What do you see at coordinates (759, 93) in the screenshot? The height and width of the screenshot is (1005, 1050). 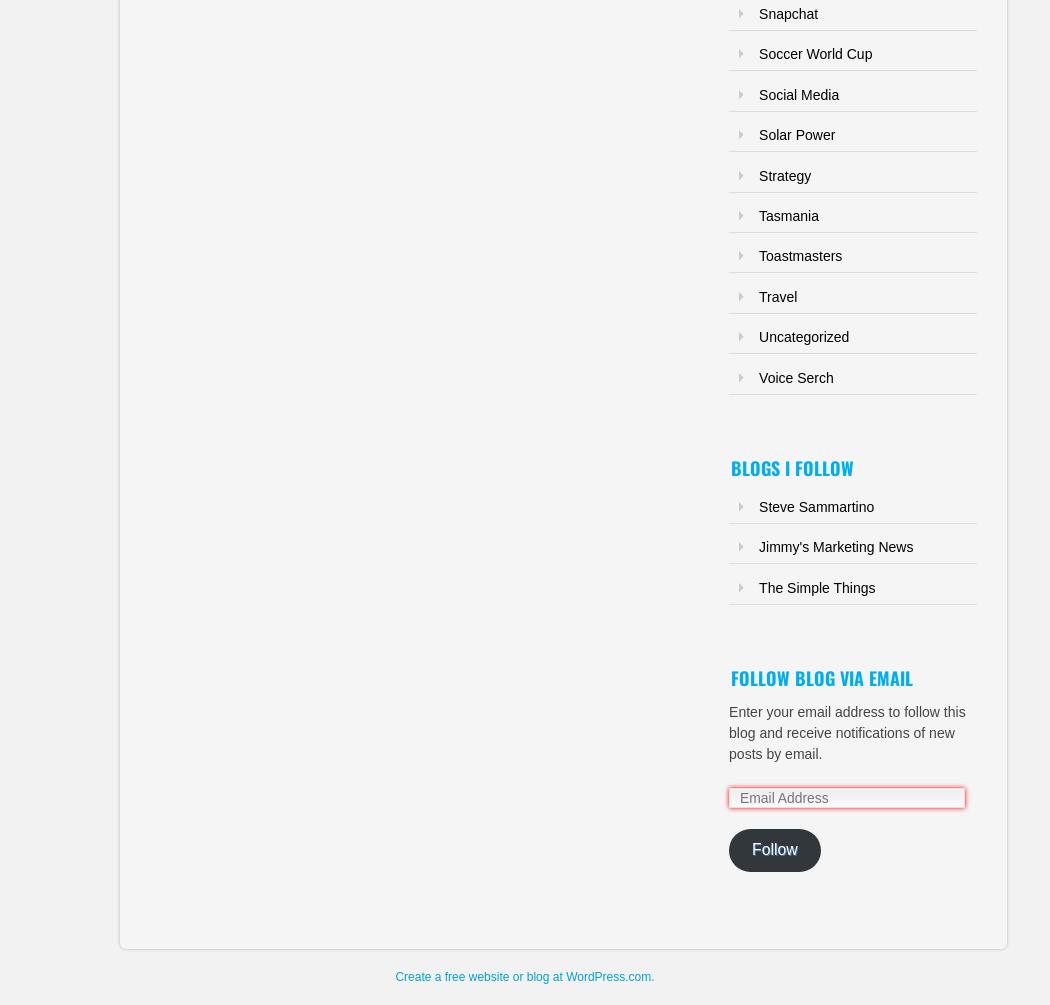 I see `'Social Media'` at bounding box center [759, 93].